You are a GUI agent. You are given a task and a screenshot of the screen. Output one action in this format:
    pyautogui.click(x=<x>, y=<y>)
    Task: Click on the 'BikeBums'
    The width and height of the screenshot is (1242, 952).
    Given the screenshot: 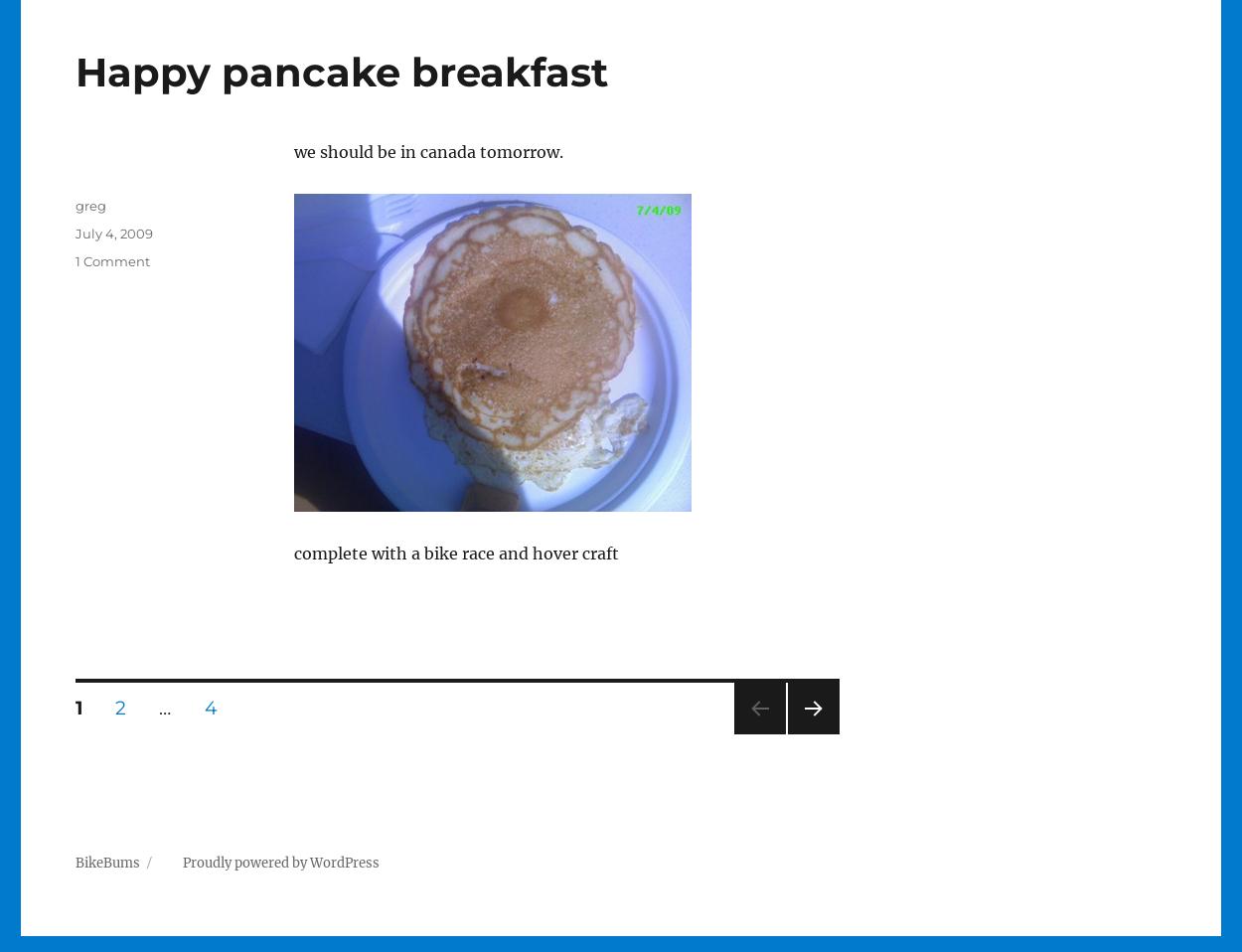 What is the action you would take?
    pyautogui.click(x=74, y=862)
    